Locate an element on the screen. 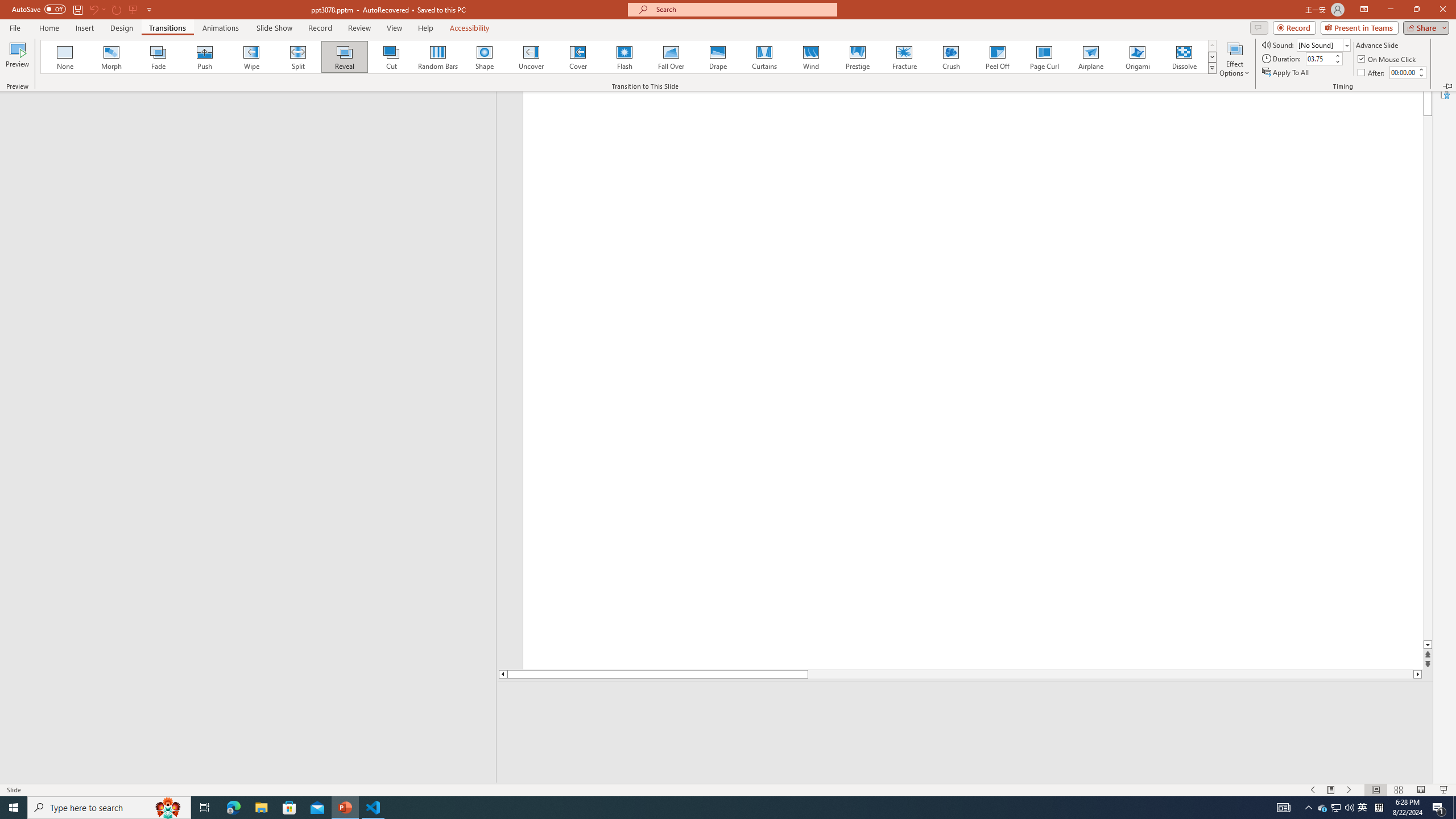 This screenshot has width=1456, height=819. 'Action Center, 1 new notification' is located at coordinates (1439, 806).